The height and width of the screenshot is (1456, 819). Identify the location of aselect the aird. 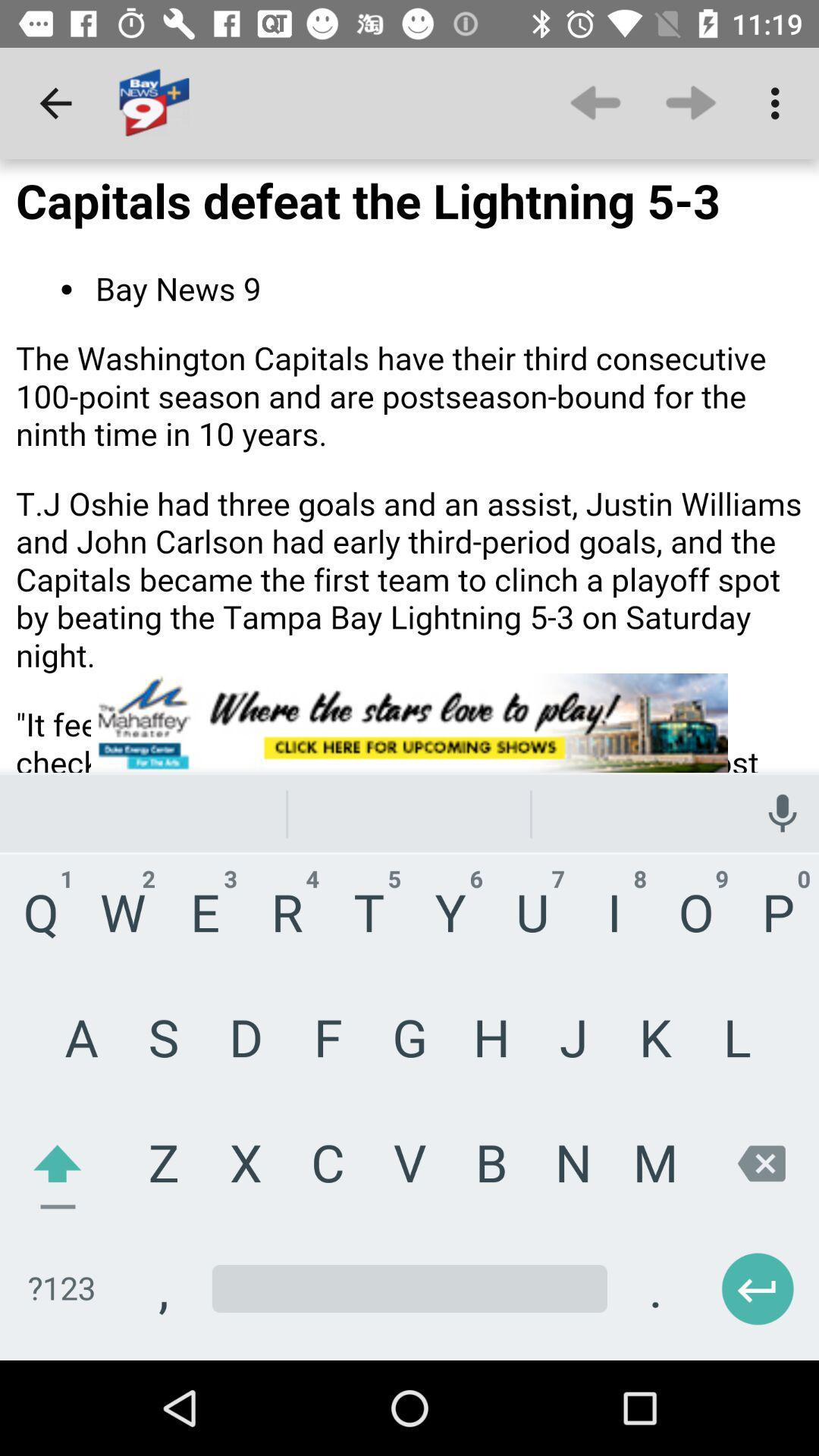
(409, 760).